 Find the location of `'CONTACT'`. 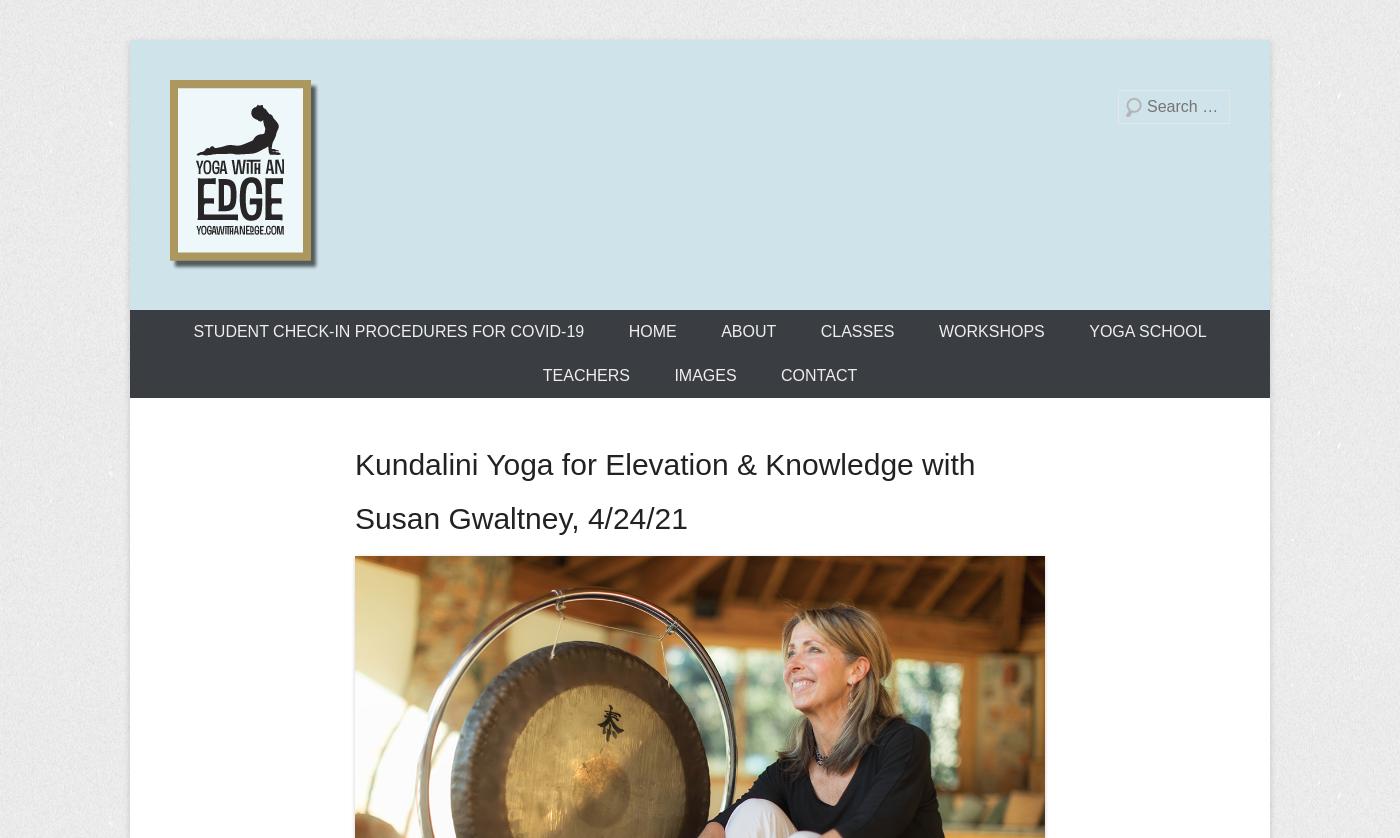

'CONTACT' is located at coordinates (819, 374).